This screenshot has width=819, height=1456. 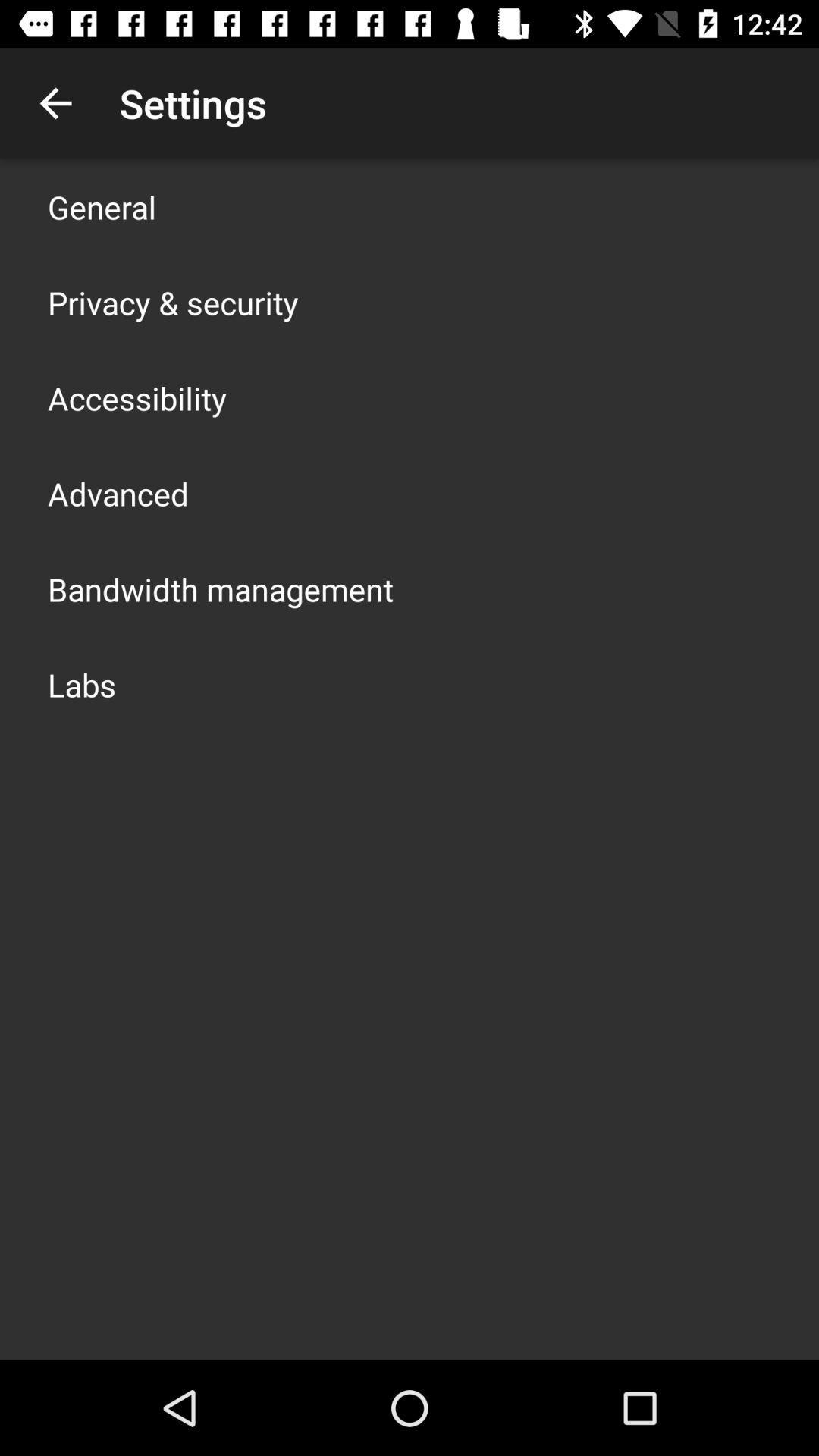 I want to click on the item below the accessibility icon, so click(x=117, y=494).